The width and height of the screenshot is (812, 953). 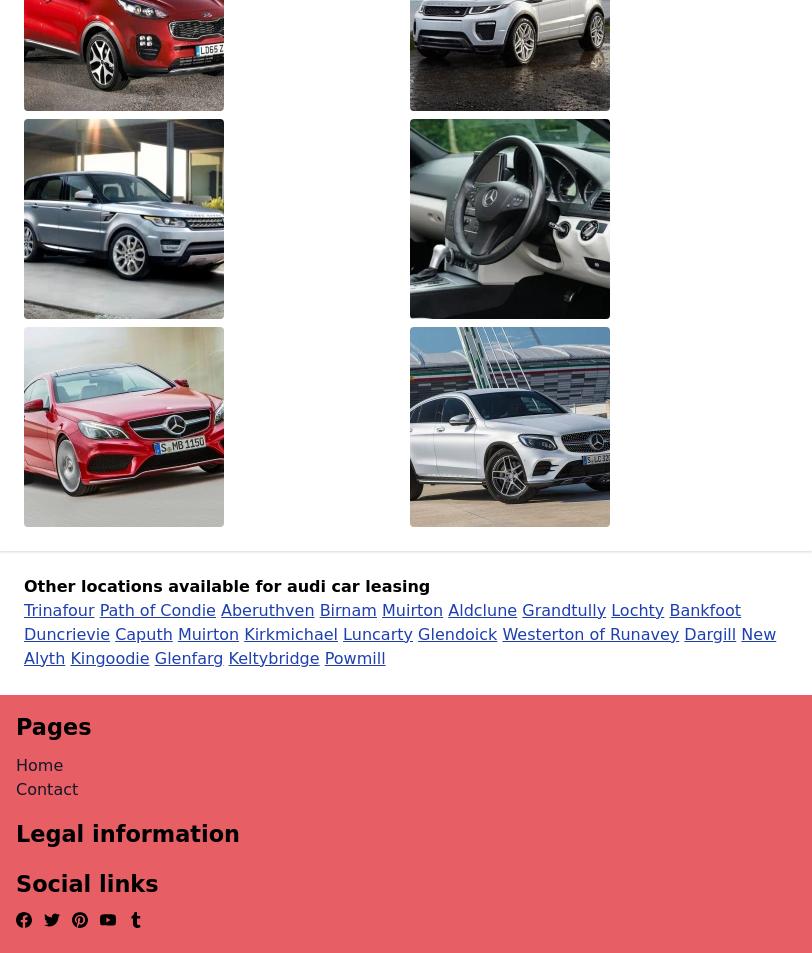 What do you see at coordinates (127, 833) in the screenshot?
I see `'Legal information'` at bounding box center [127, 833].